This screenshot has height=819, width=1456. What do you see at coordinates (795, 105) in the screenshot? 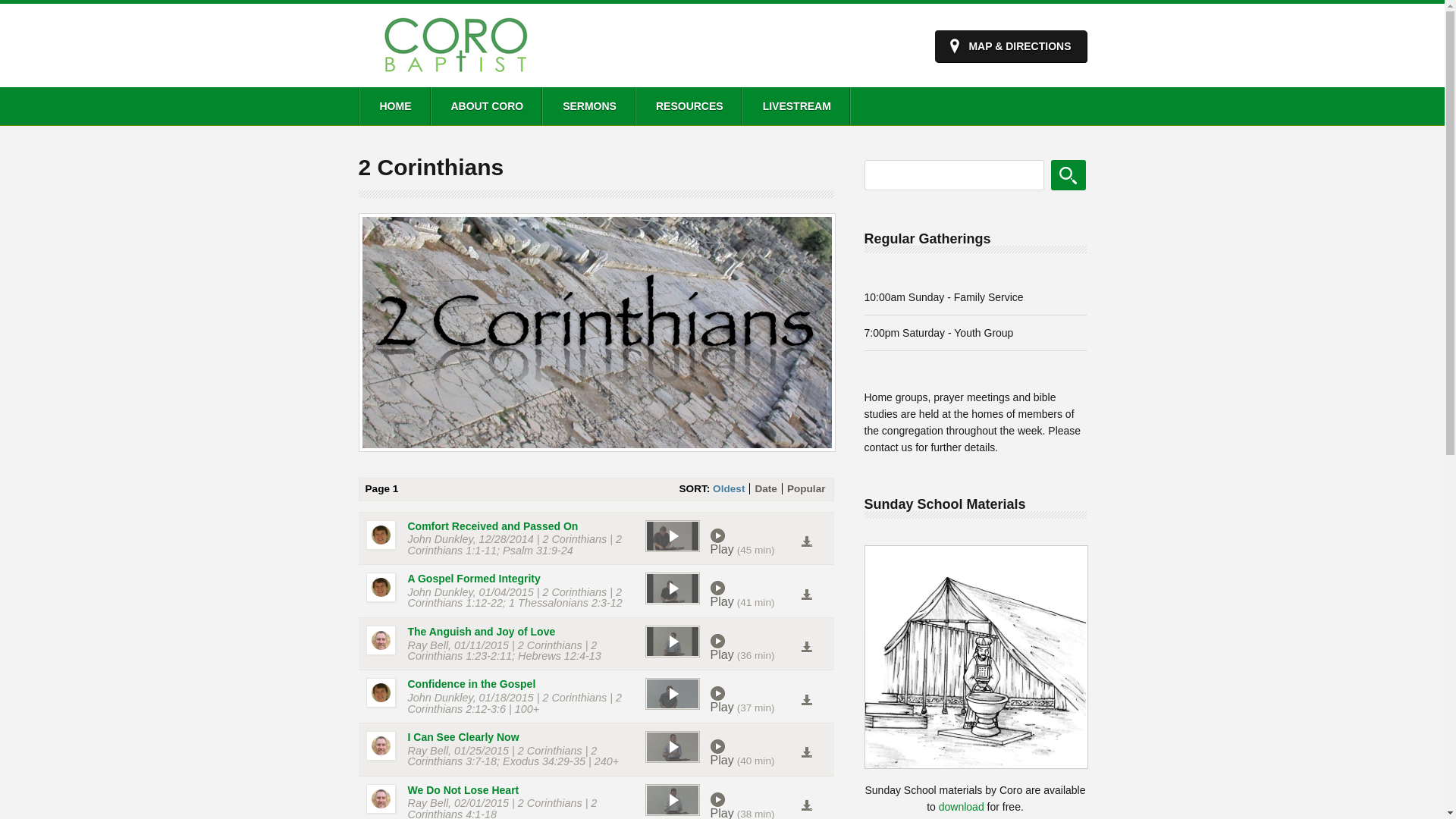
I see `'LIVESTREAM'` at bounding box center [795, 105].